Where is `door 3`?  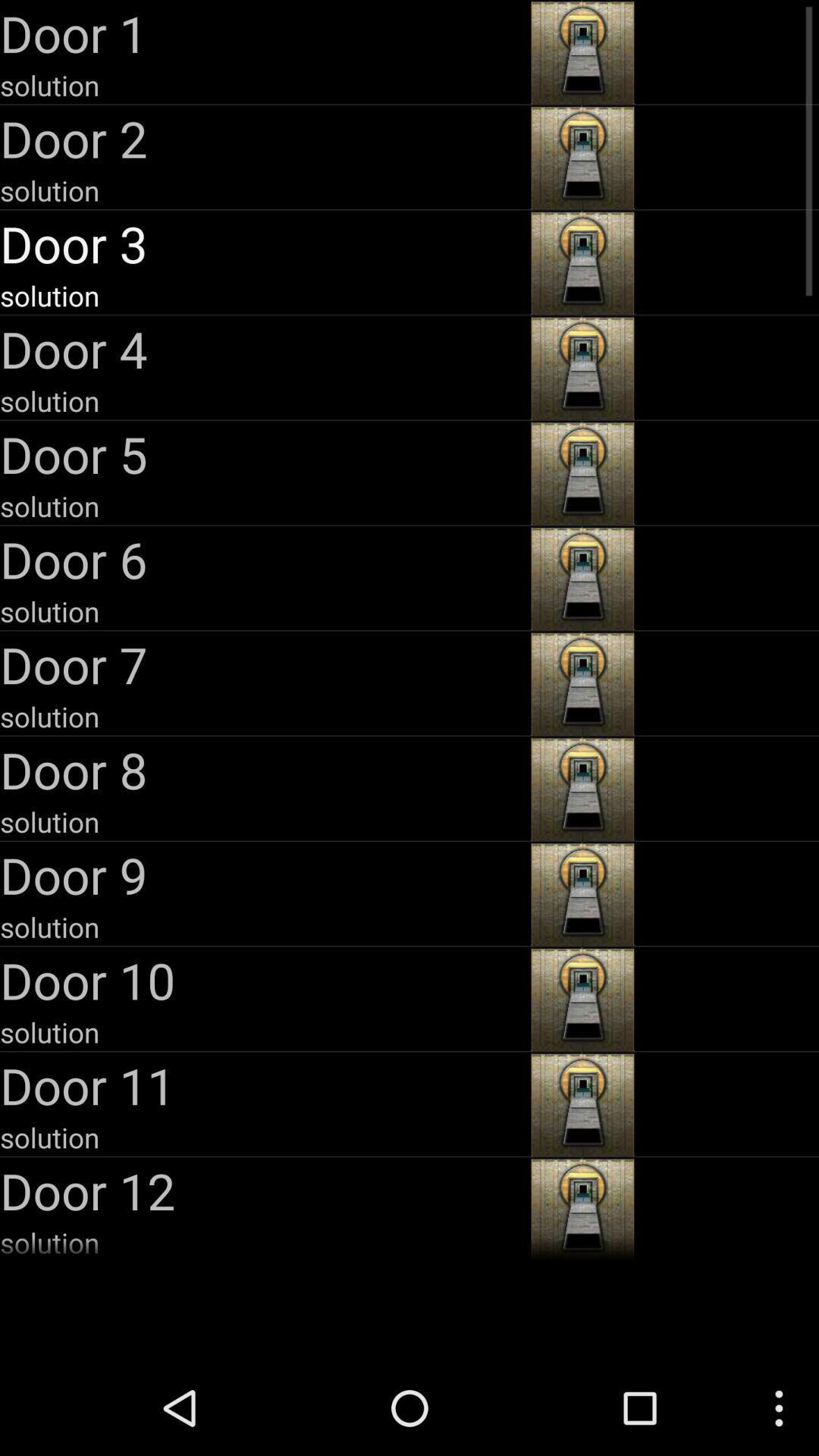
door 3 is located at coordinates (262, 243).